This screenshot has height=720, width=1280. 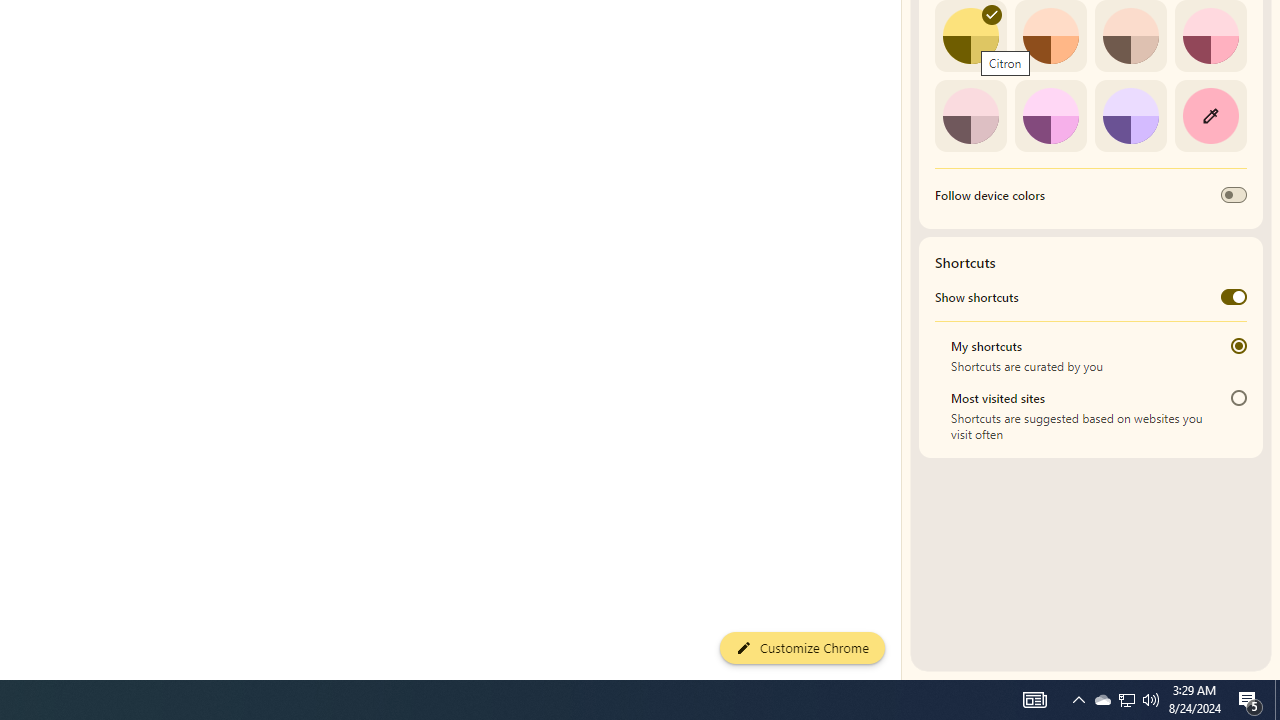 I want to click on 'Rose', so click(x=1209, y=36).